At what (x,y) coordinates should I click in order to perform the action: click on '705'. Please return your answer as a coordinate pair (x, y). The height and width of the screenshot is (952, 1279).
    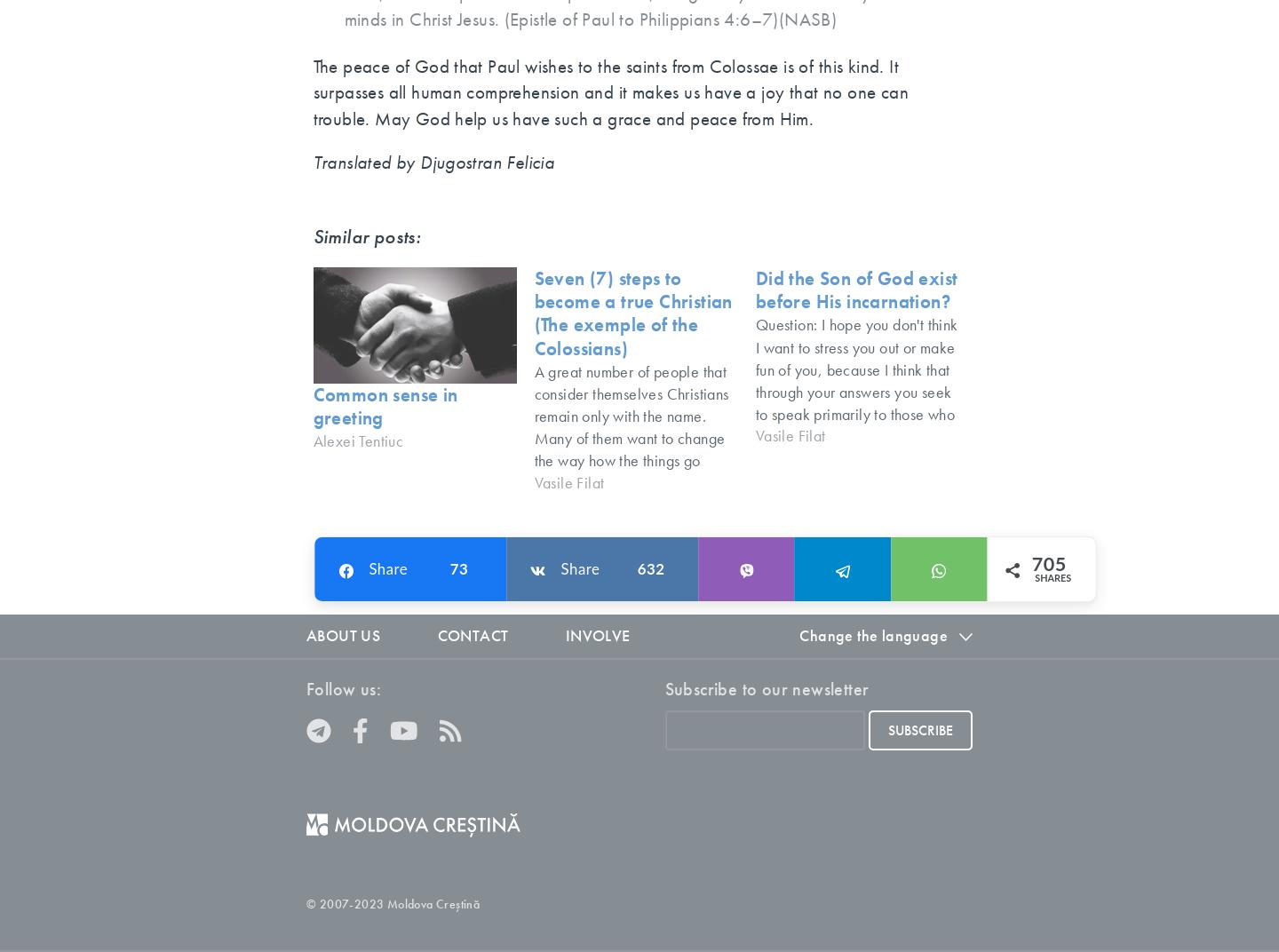
    Looking at the image, I should click on (1048, 565).